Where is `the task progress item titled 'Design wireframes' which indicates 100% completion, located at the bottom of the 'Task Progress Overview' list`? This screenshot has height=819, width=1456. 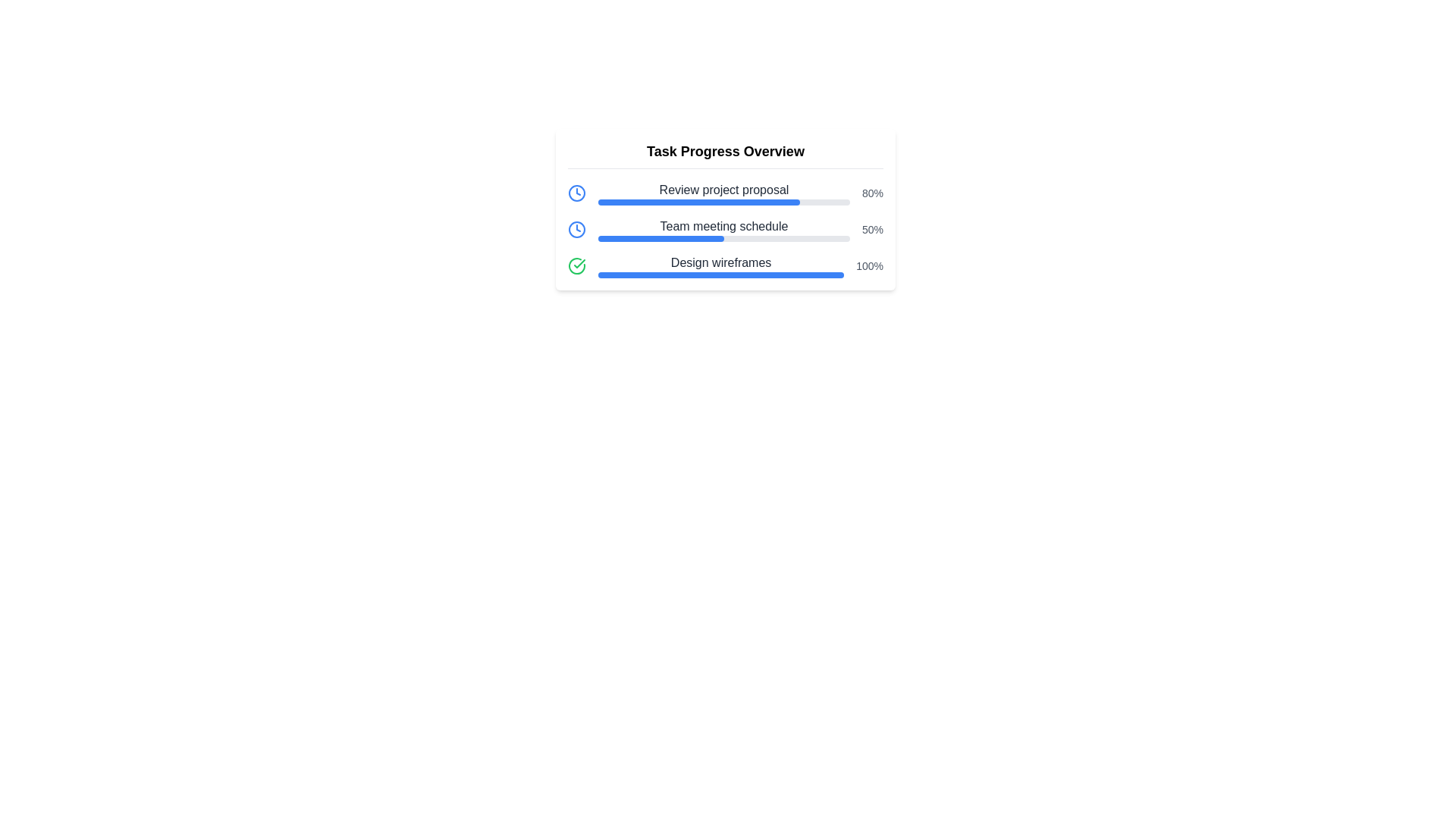 the task progress item titled 'Design wireframes' which indicates 100% completion, located at the bottom of the 'Task Progress Overview' list is located at coordinates (724, 265).